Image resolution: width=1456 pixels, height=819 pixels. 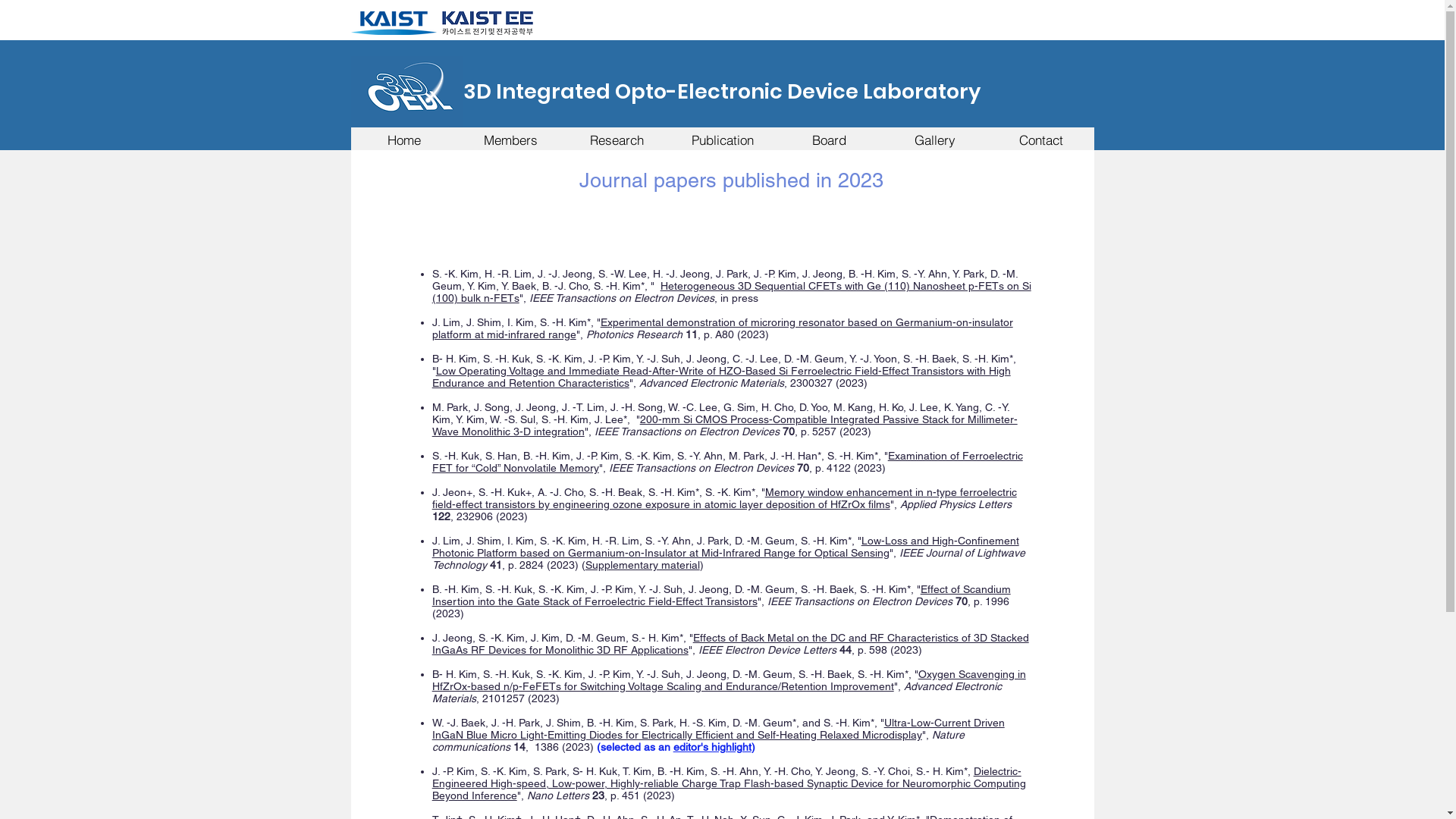 I want to click on 'Home', so click(x=349, y=140).